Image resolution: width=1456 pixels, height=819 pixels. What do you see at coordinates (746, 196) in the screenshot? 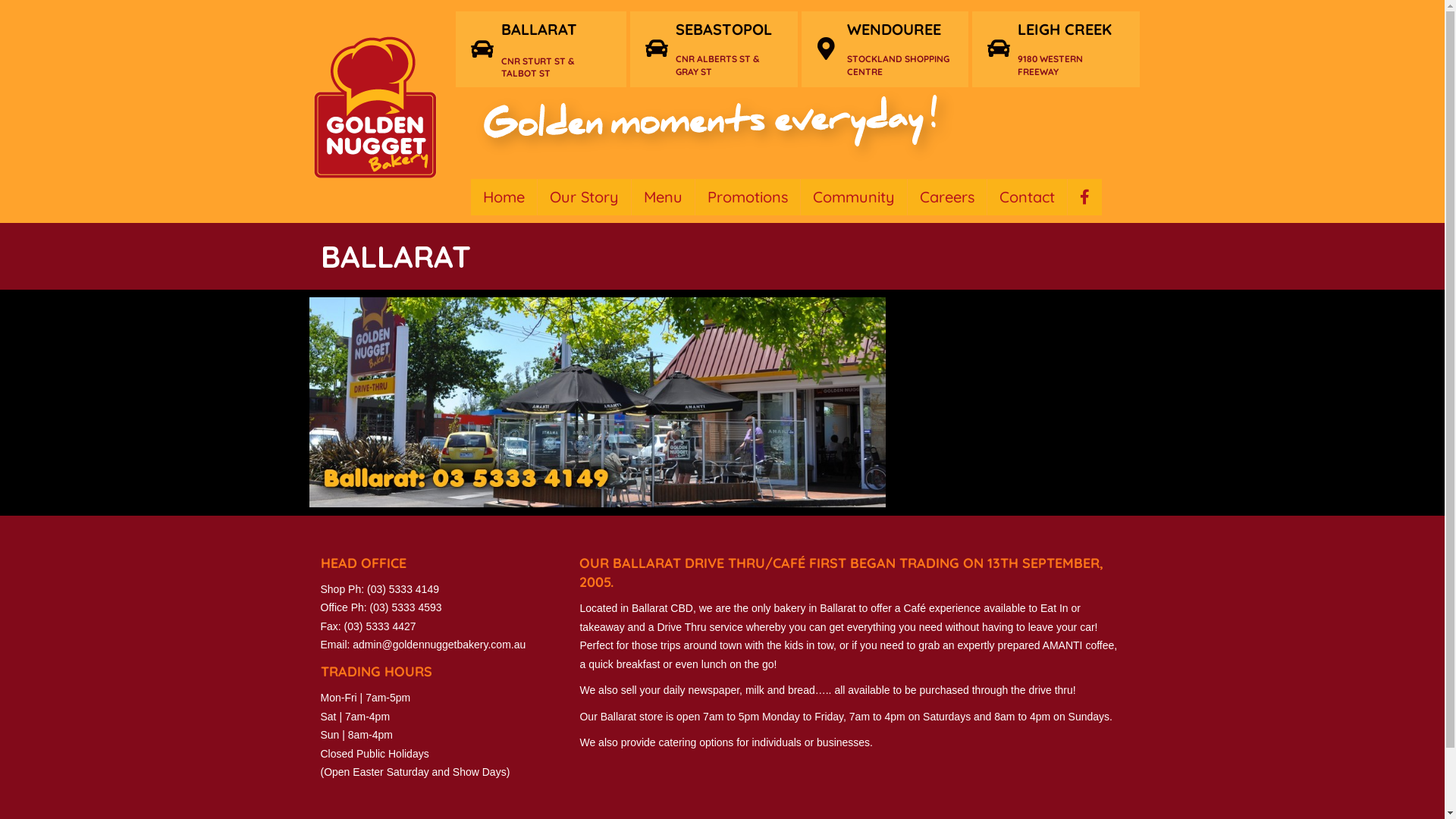
I see `'Promotions'` at bounding box center [746, 196].